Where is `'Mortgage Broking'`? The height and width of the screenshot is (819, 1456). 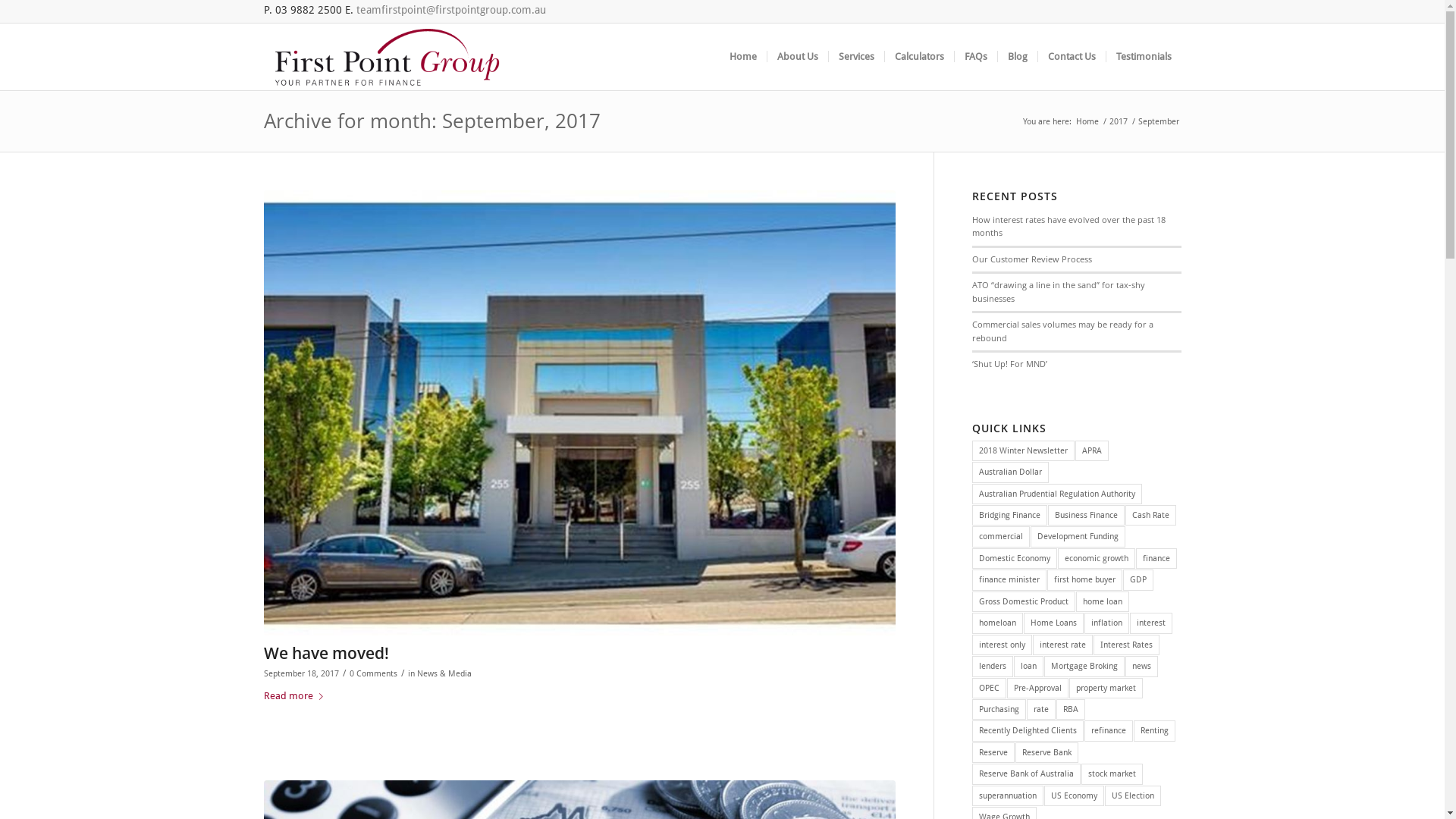 'Mortgage Broking' is located at coordinates (1084, 665).